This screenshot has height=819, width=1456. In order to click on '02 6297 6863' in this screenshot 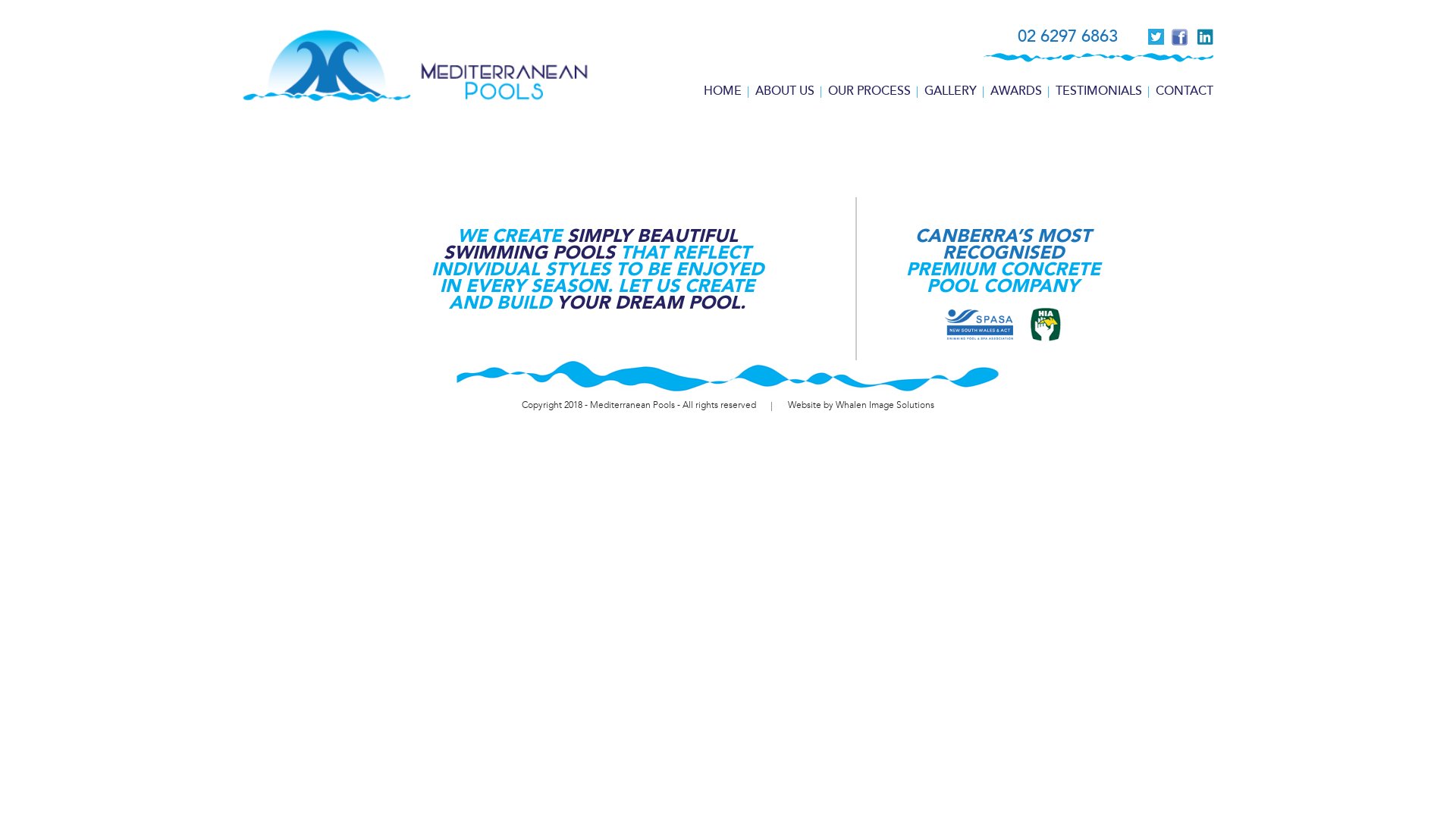, I will do `click(1018, 36)`.